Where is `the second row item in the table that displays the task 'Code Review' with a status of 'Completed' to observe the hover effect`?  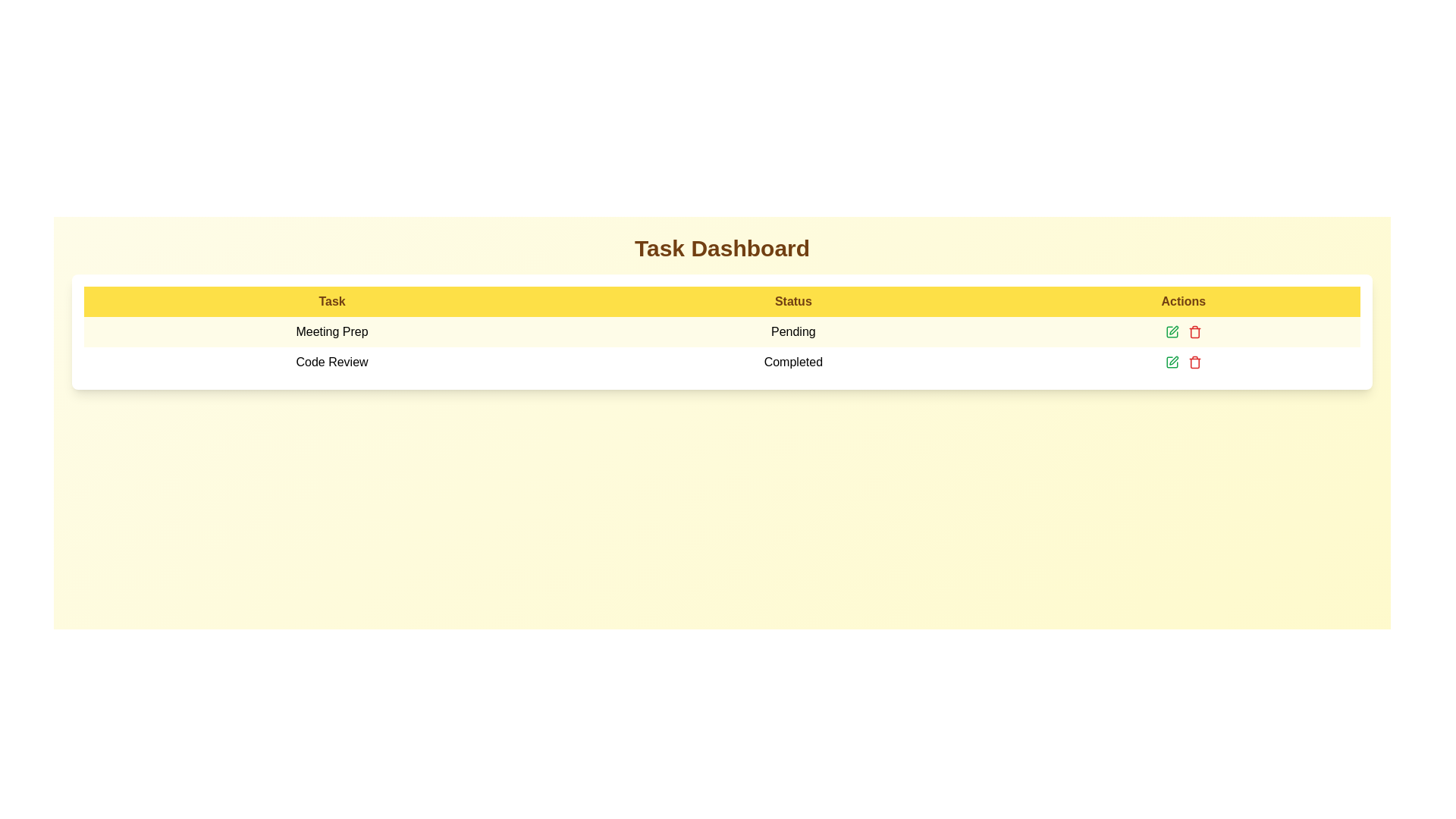 the second row item in the table that displays the task 'Code Review' with a status of 'Completed' to observe the hover effect is located at coordinates (721, 362).